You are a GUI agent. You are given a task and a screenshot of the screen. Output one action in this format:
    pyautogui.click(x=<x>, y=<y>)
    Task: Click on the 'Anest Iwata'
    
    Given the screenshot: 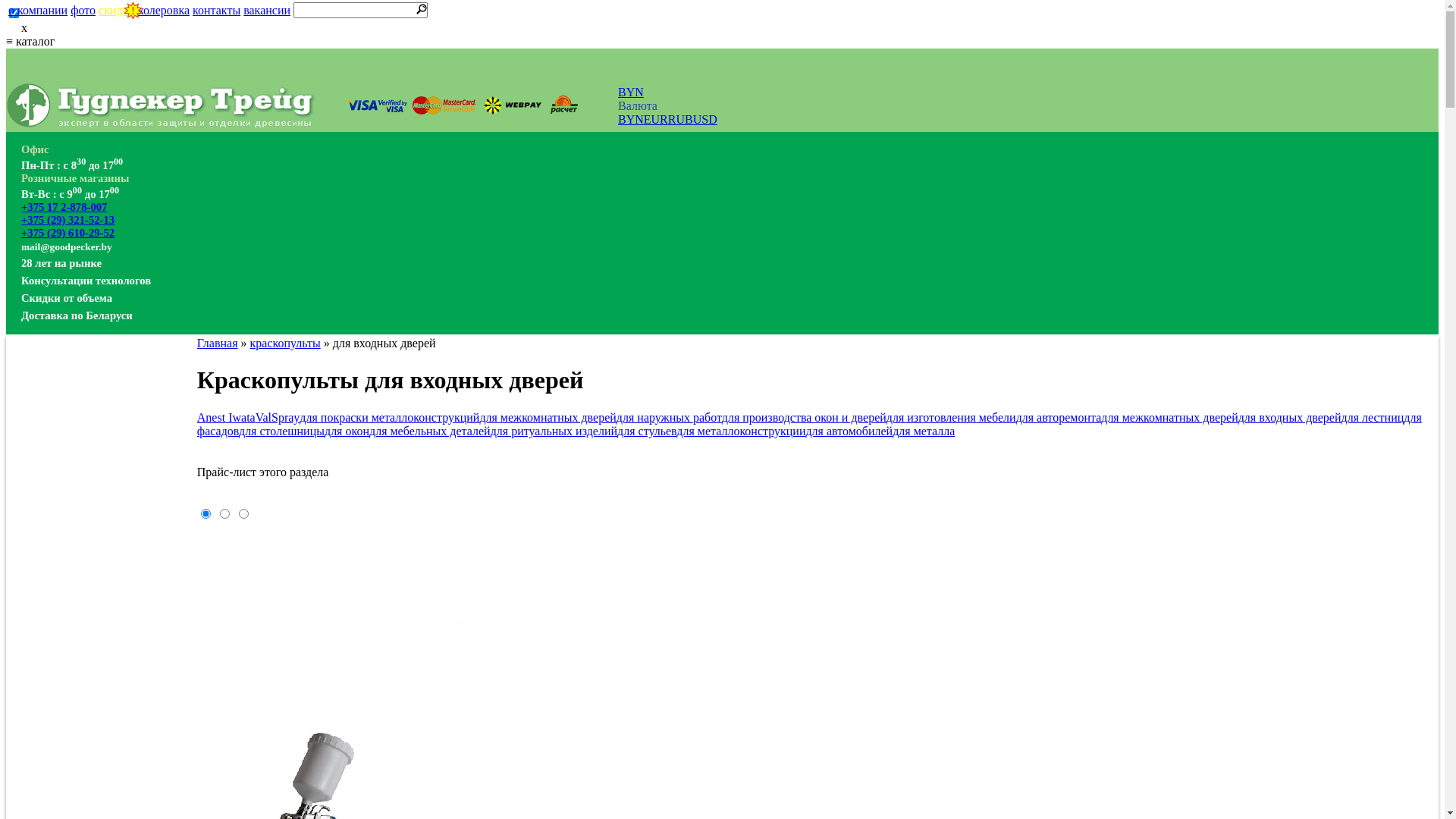 What is the action you would take?
    pyautogui.click(x=225, y=417)
    